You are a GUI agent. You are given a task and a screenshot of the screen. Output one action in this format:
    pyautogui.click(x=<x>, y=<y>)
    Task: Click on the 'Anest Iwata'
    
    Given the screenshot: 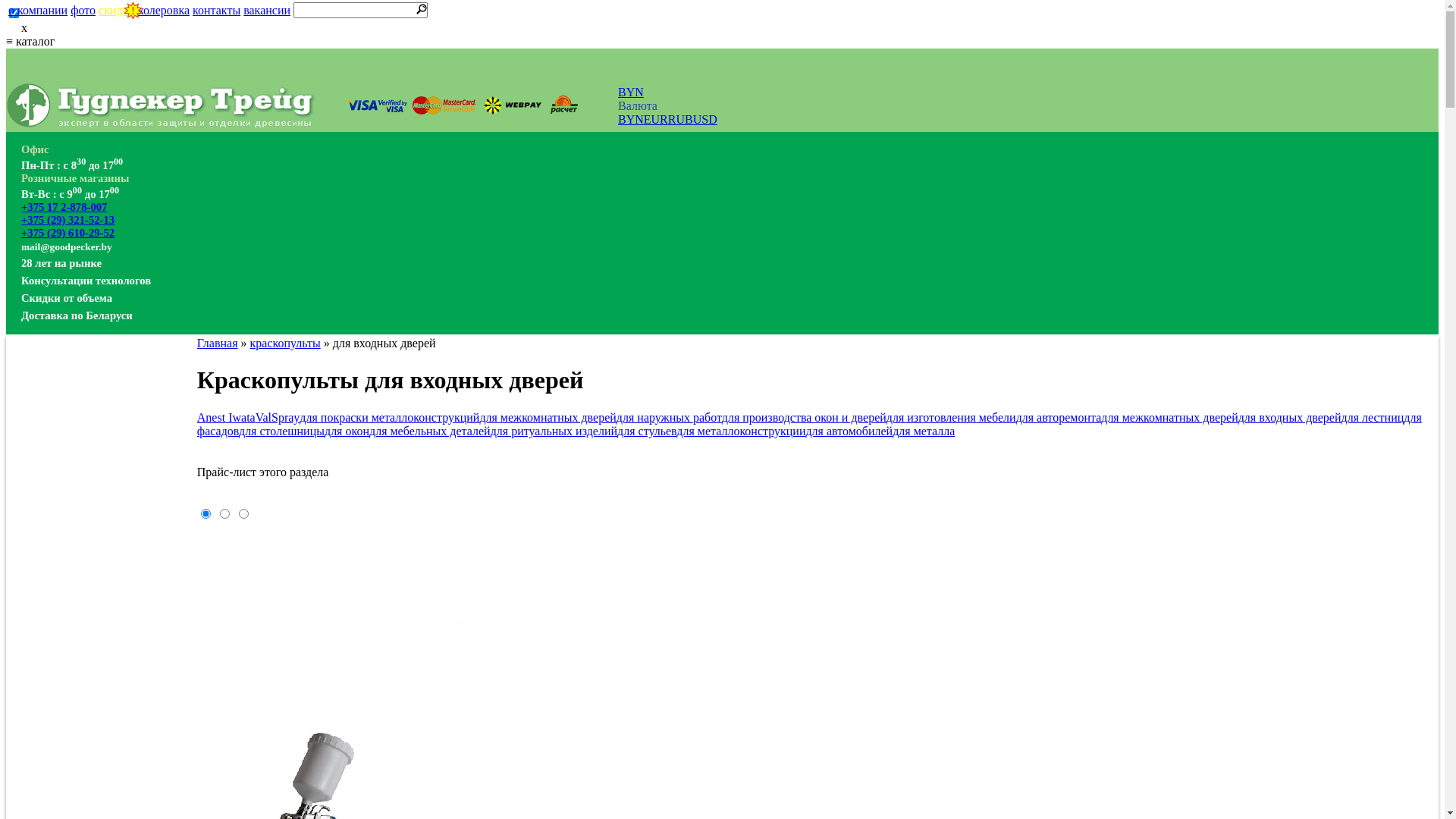 What is the action you would take?
    pyautogui.click(x=225, y=417)
    